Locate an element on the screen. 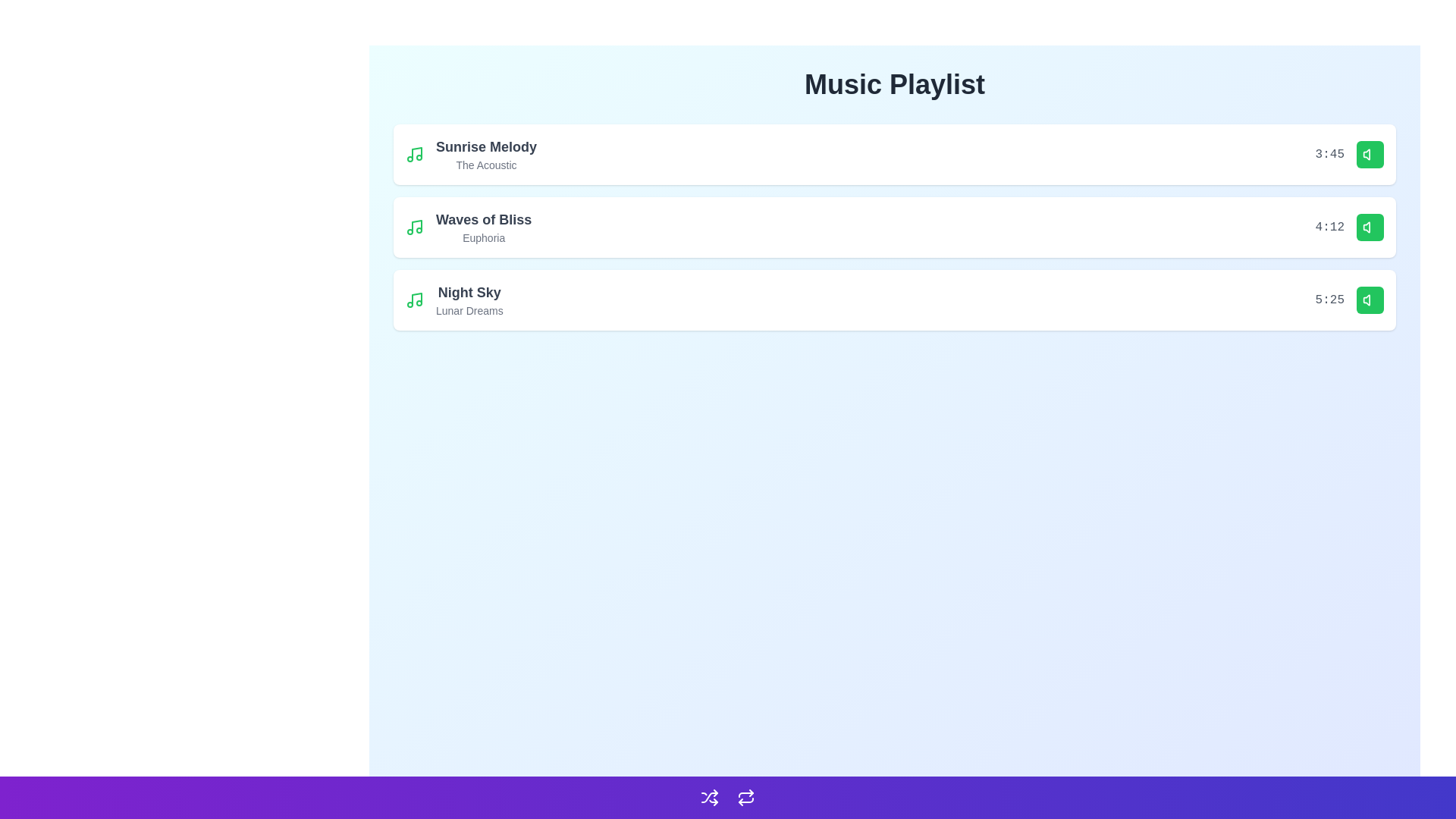 The height and width of the screenshot is (819, 1456). the green button with a white speaker icon is located at coordinates (1370, 300).